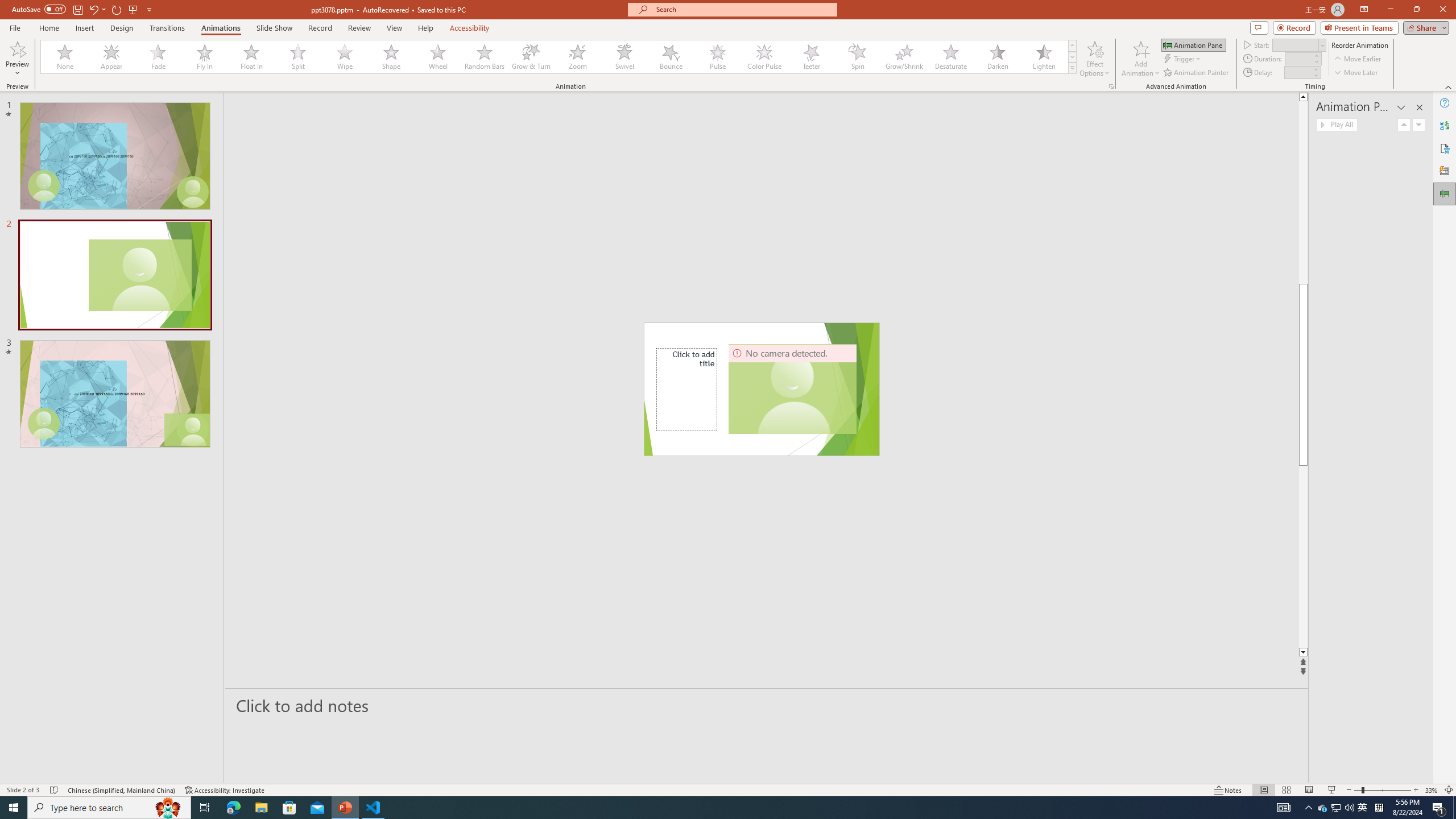 The image size is (1456, 819). I want to click on 'Float In', so click(251, 56).